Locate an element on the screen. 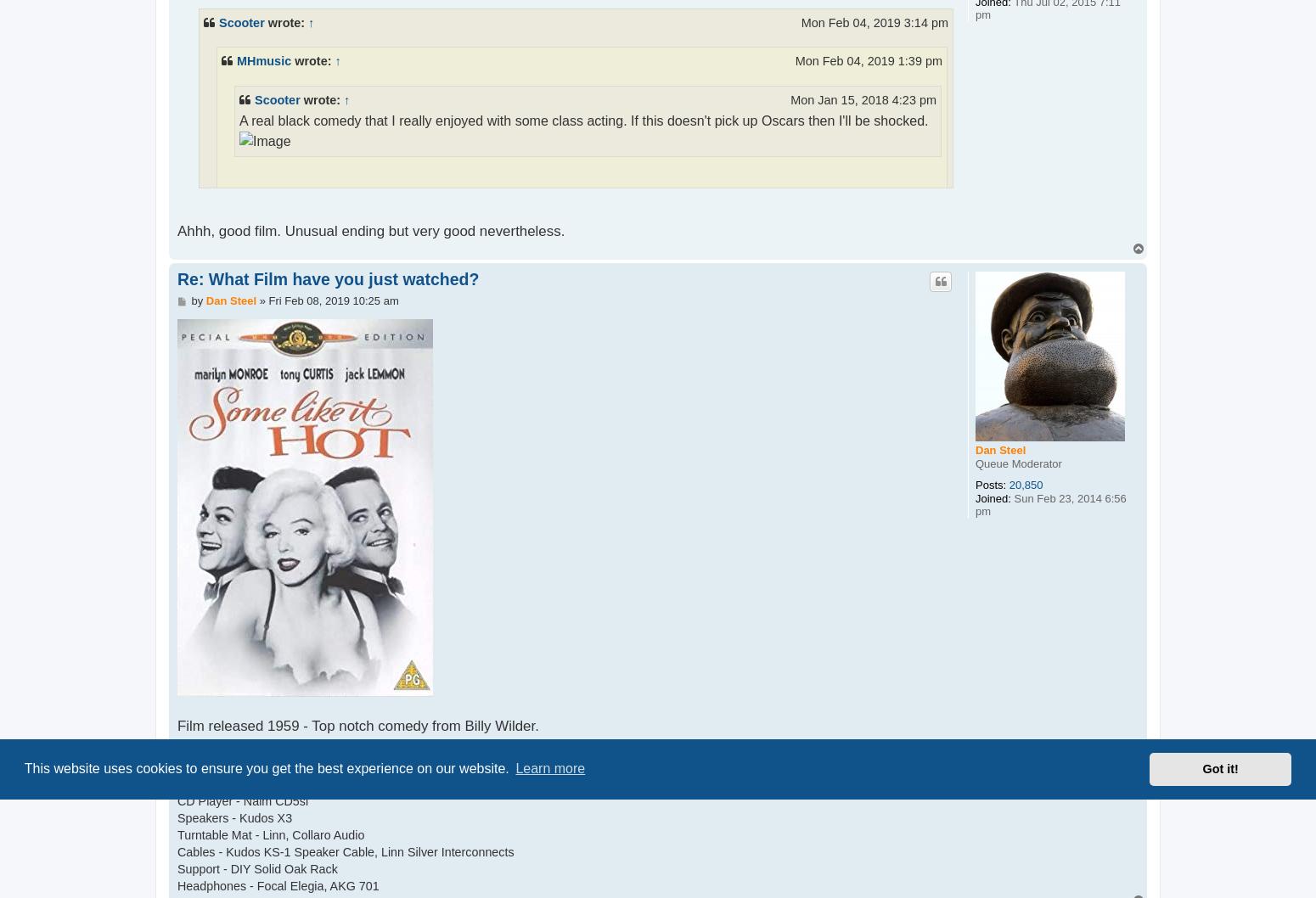 Image resolution: width=1316 pixels, height=898 pixels. 'This website uses cookies to ensure you get the best experience on our website.' is located at coordinates (267, 768).